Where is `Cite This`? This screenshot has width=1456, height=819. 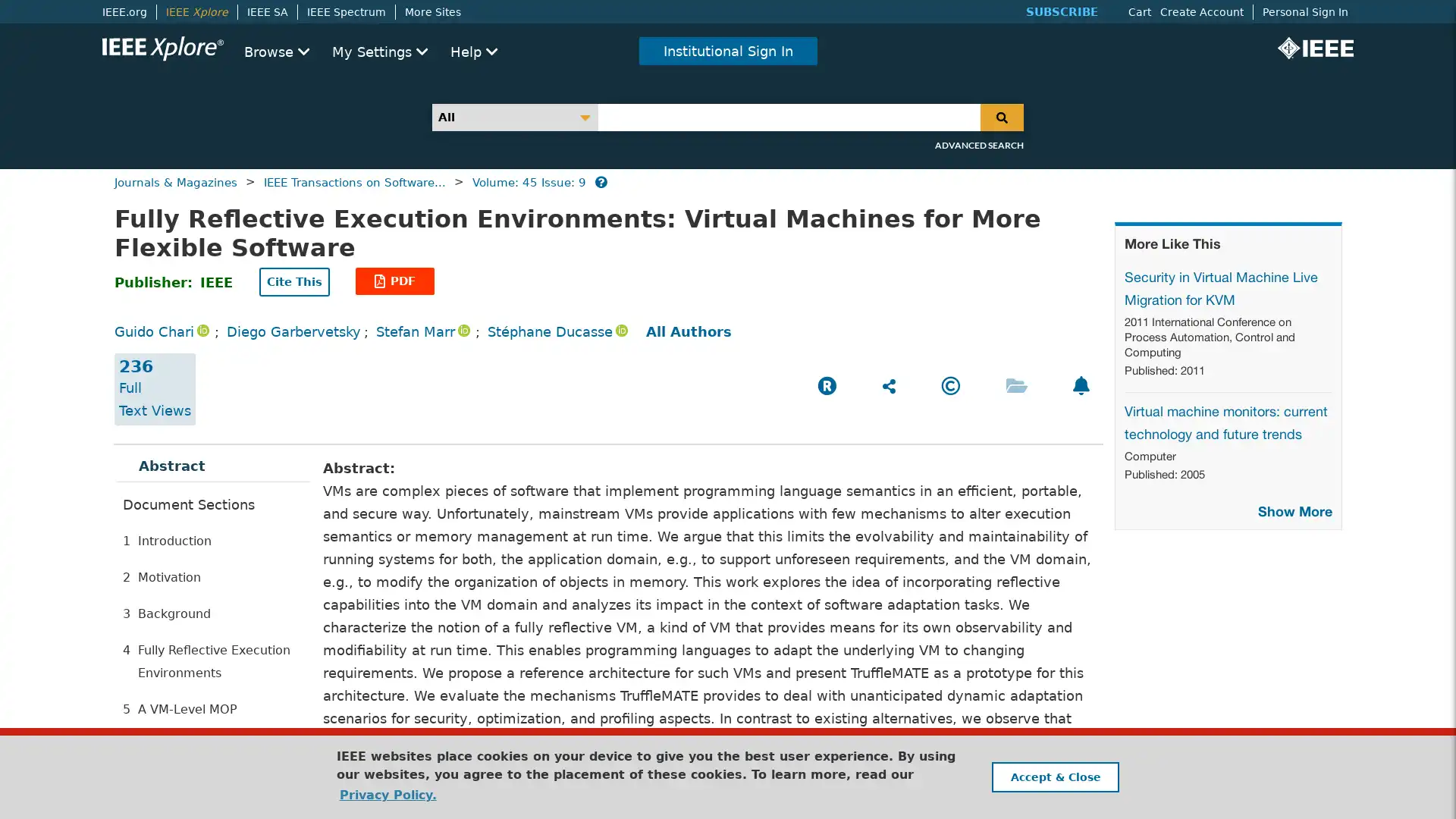 Cite This is located at coordinates (294, 281).